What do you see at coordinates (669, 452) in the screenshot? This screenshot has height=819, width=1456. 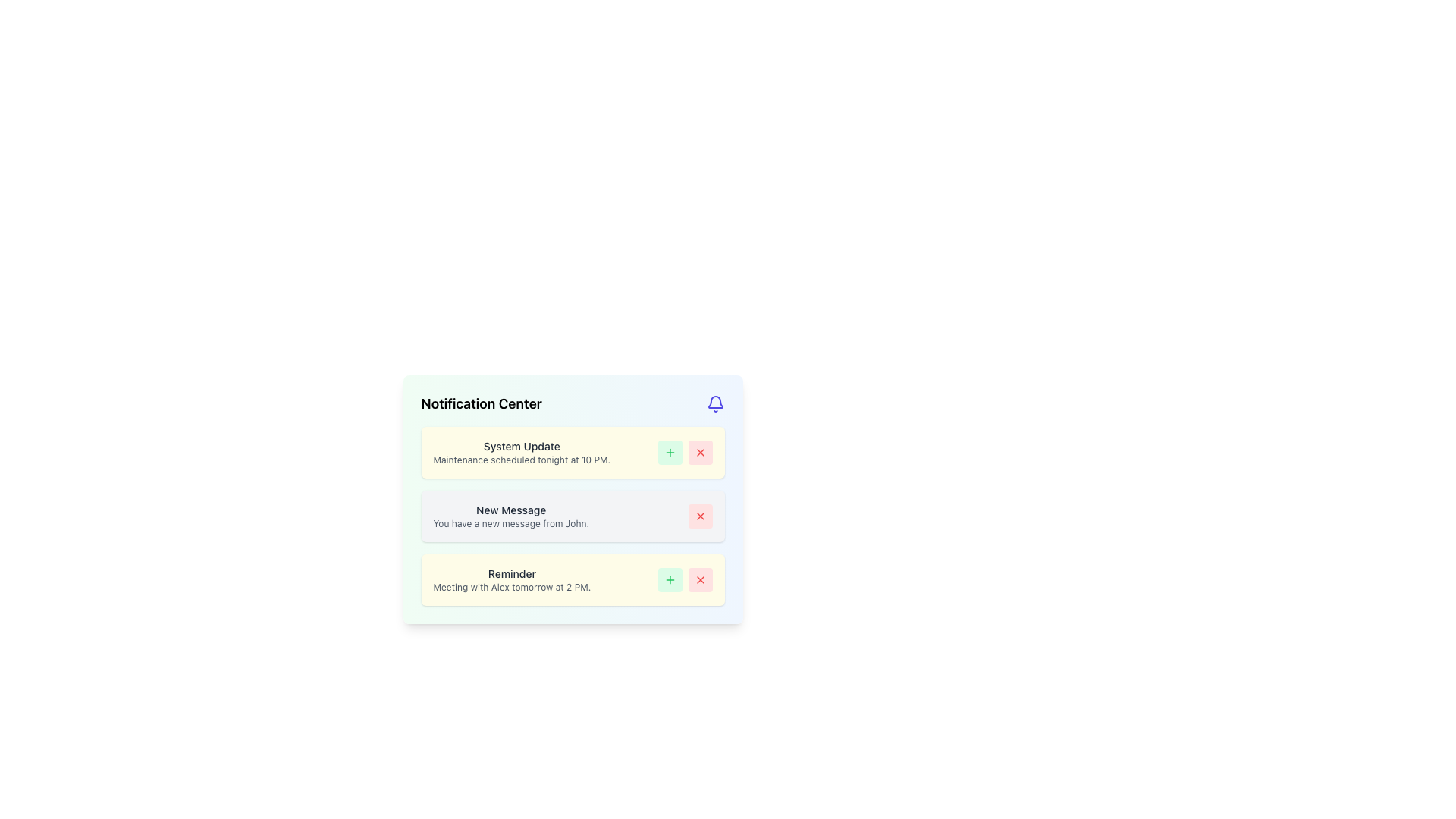 I see `the green plus icon located inside the light green button in the notification center` at bounding box center [669, 452].